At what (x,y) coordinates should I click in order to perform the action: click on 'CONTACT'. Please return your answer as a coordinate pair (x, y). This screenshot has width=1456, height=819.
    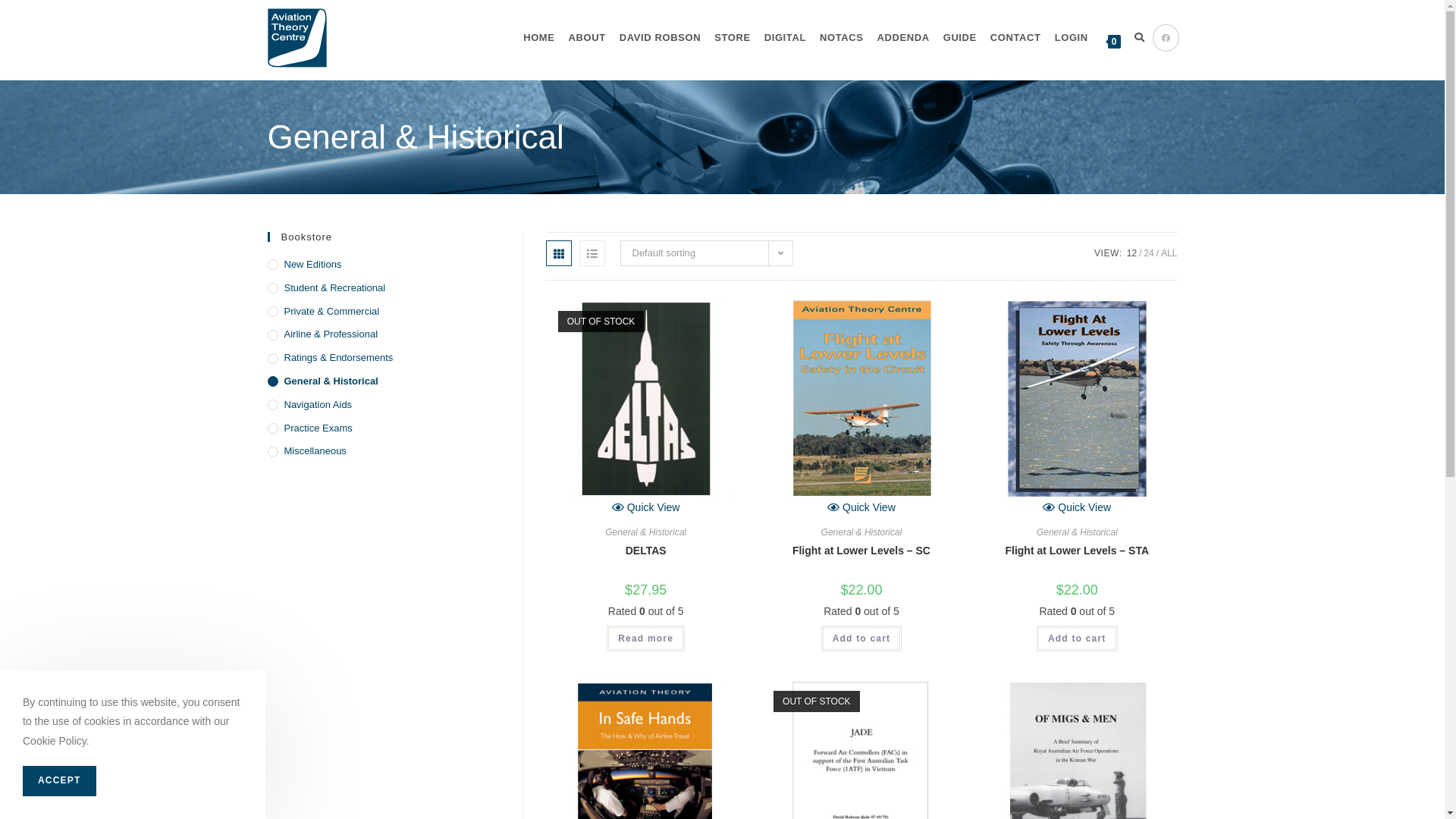
    Looking at the image, I should click on (1015, 37).